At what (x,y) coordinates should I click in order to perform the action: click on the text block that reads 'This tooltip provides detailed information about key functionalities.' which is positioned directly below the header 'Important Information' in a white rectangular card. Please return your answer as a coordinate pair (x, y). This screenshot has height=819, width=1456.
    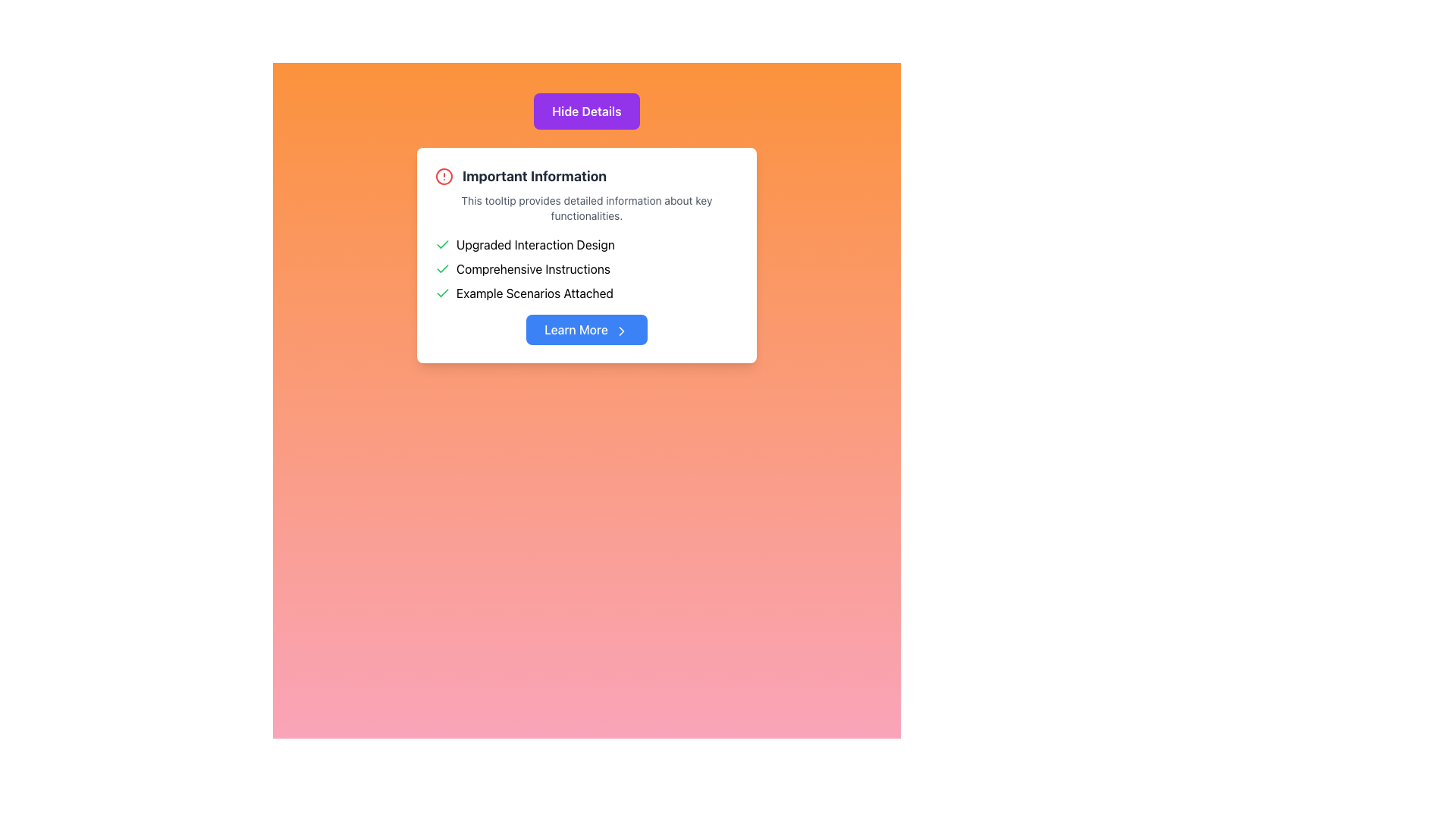
    Looking at the image, I should click on (585, 208).